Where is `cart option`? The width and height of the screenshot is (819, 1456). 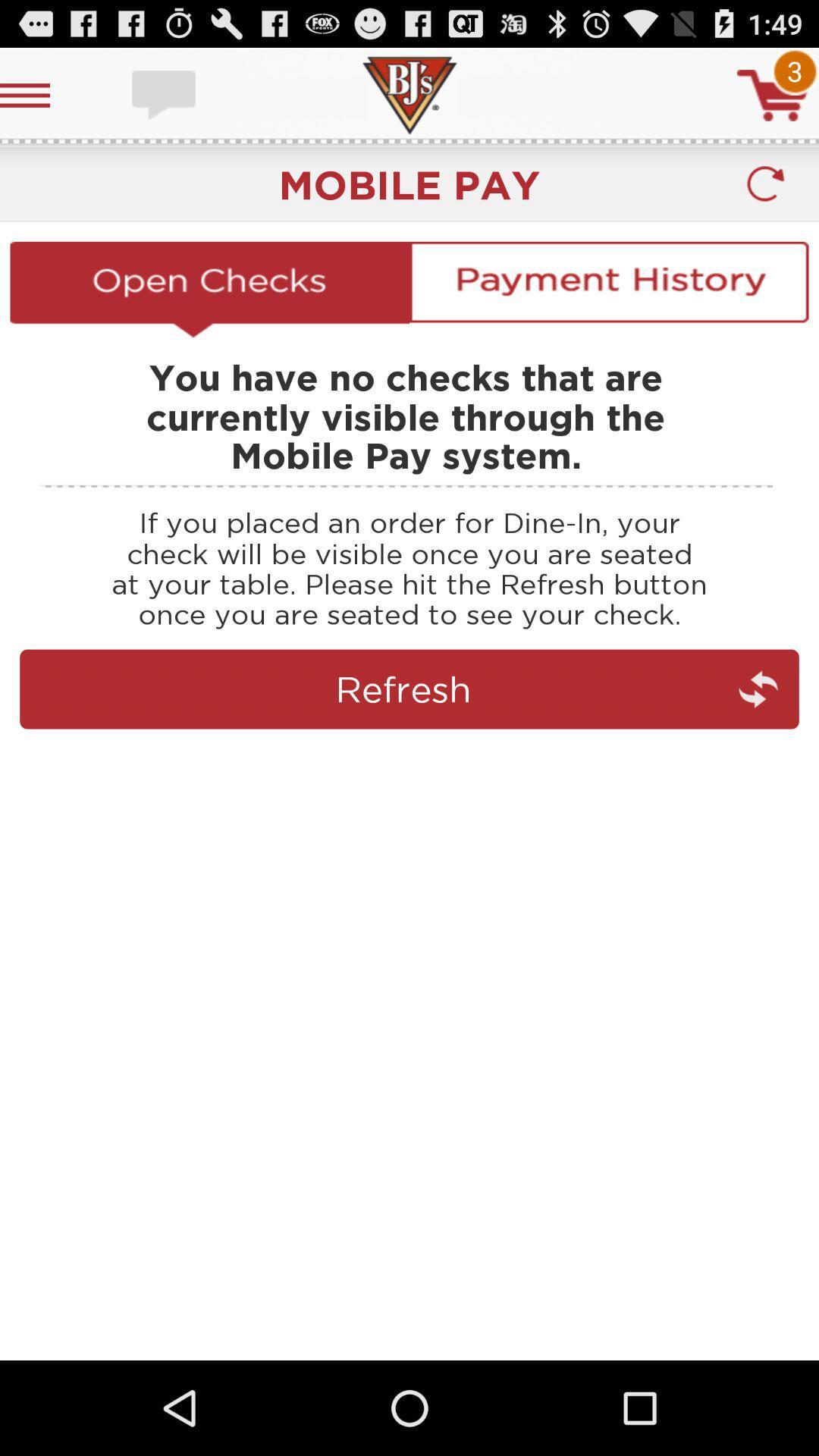 cart option is located at coordinates (773, 94).